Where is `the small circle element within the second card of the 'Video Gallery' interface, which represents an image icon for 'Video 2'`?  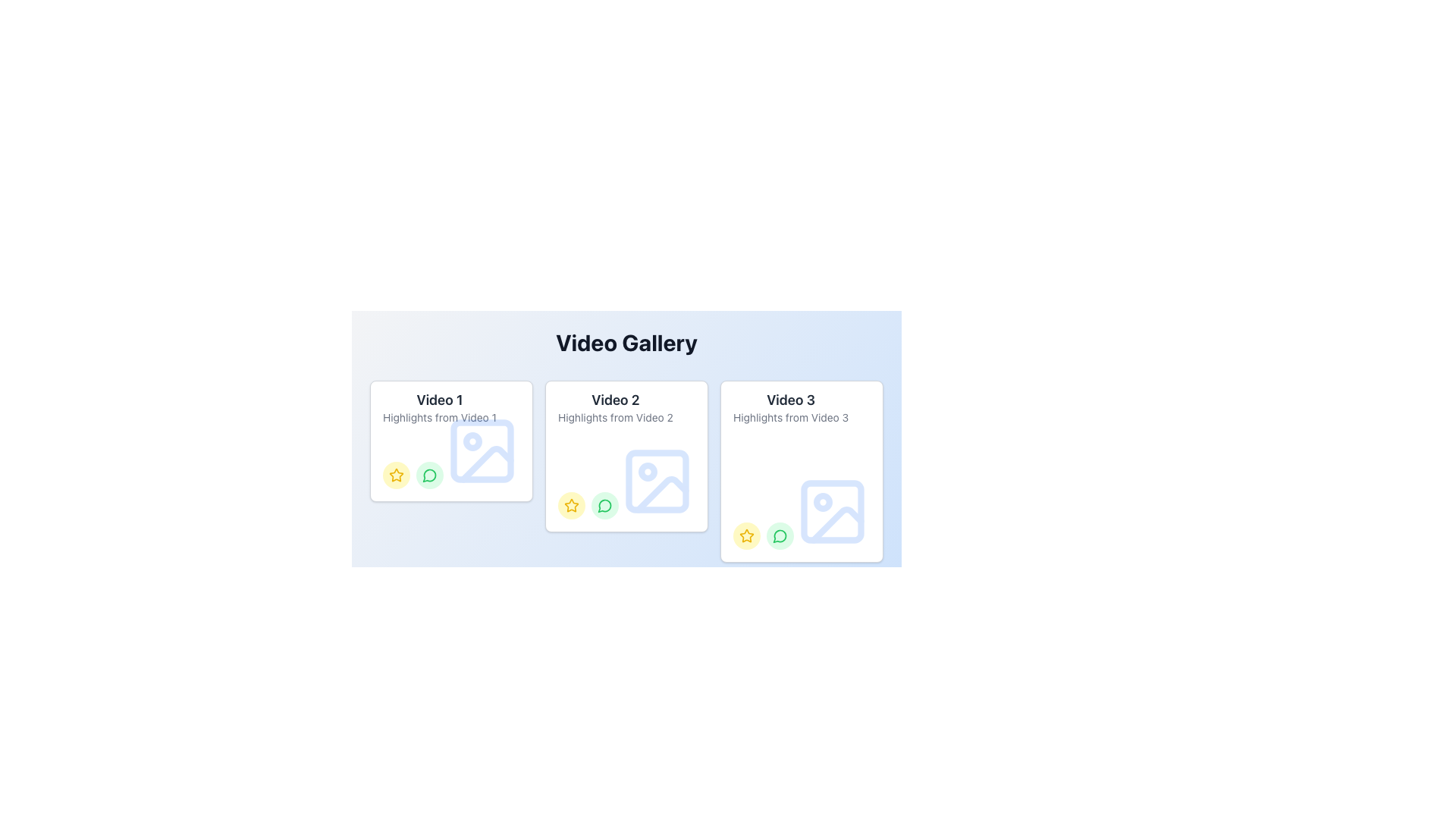
the small circle element within the second card of the 'Video Gallery' interface, which represents an image icon for 'Video 2' is located at coordinates (648, 471).